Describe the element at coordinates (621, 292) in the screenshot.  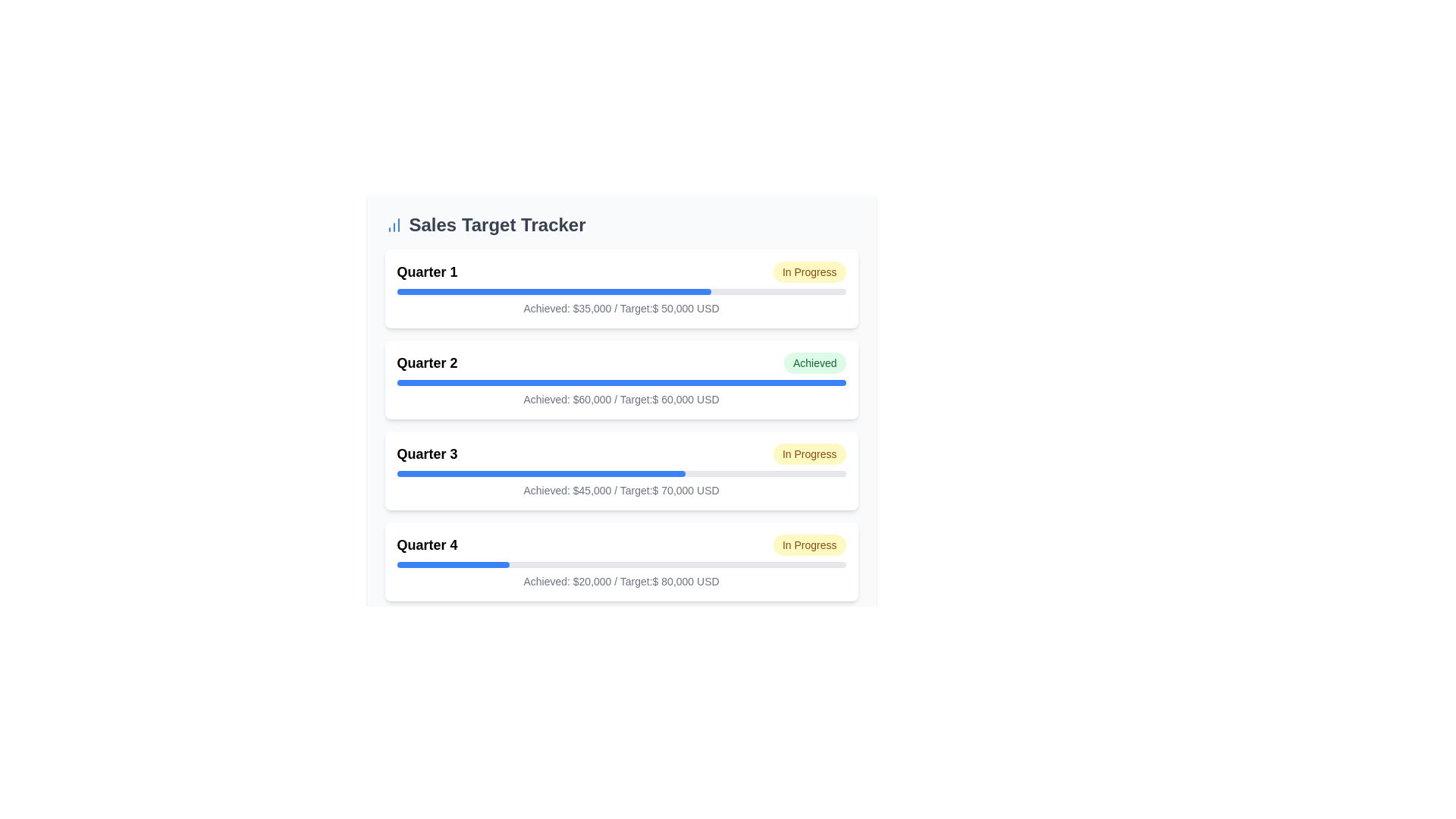
I see `the progress bar located in the middle section of the 'Quarter 1' card, which indicates 70% completion and is situated below the 'Quarter 1' title and 'In Progress' badge` at that location.